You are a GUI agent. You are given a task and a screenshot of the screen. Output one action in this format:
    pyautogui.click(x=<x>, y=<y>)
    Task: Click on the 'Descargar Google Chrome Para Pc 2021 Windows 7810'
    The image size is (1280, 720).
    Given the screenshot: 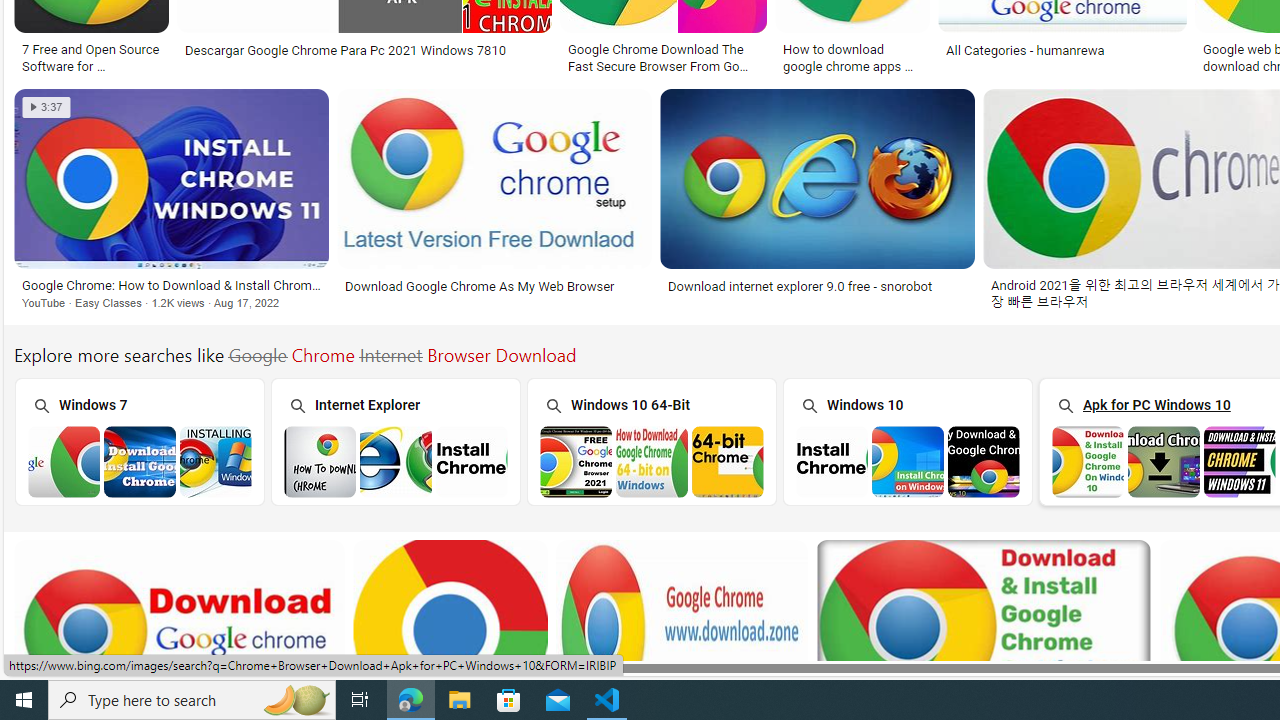 What is the action you would take?
    pyautogui.click(x=345, y=49)
    